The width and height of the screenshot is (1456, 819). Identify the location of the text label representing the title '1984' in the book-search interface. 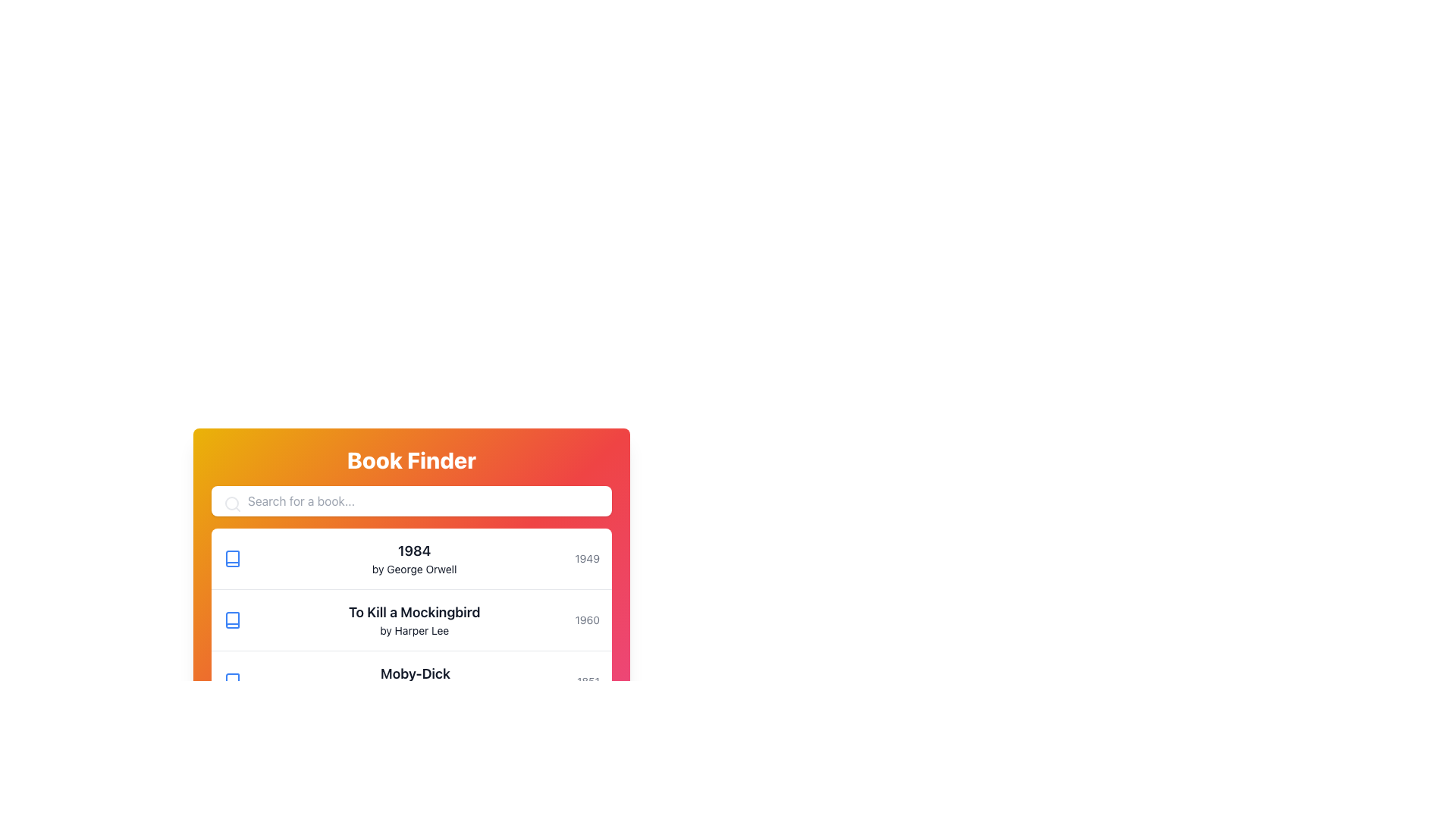
(414, 551).